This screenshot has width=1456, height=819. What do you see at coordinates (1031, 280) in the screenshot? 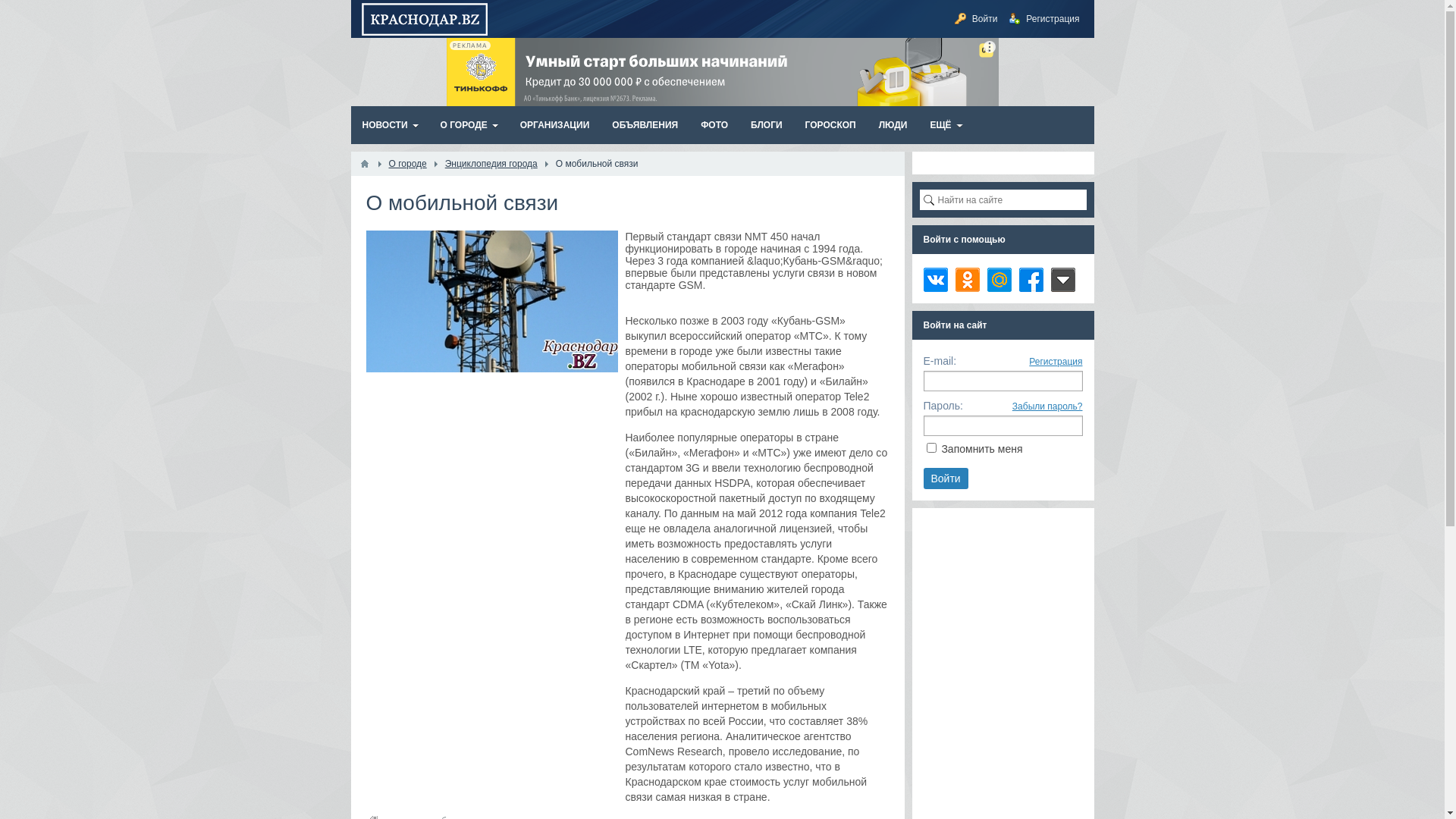
I see `'Facebook'` at bounding box center [1031, 280].